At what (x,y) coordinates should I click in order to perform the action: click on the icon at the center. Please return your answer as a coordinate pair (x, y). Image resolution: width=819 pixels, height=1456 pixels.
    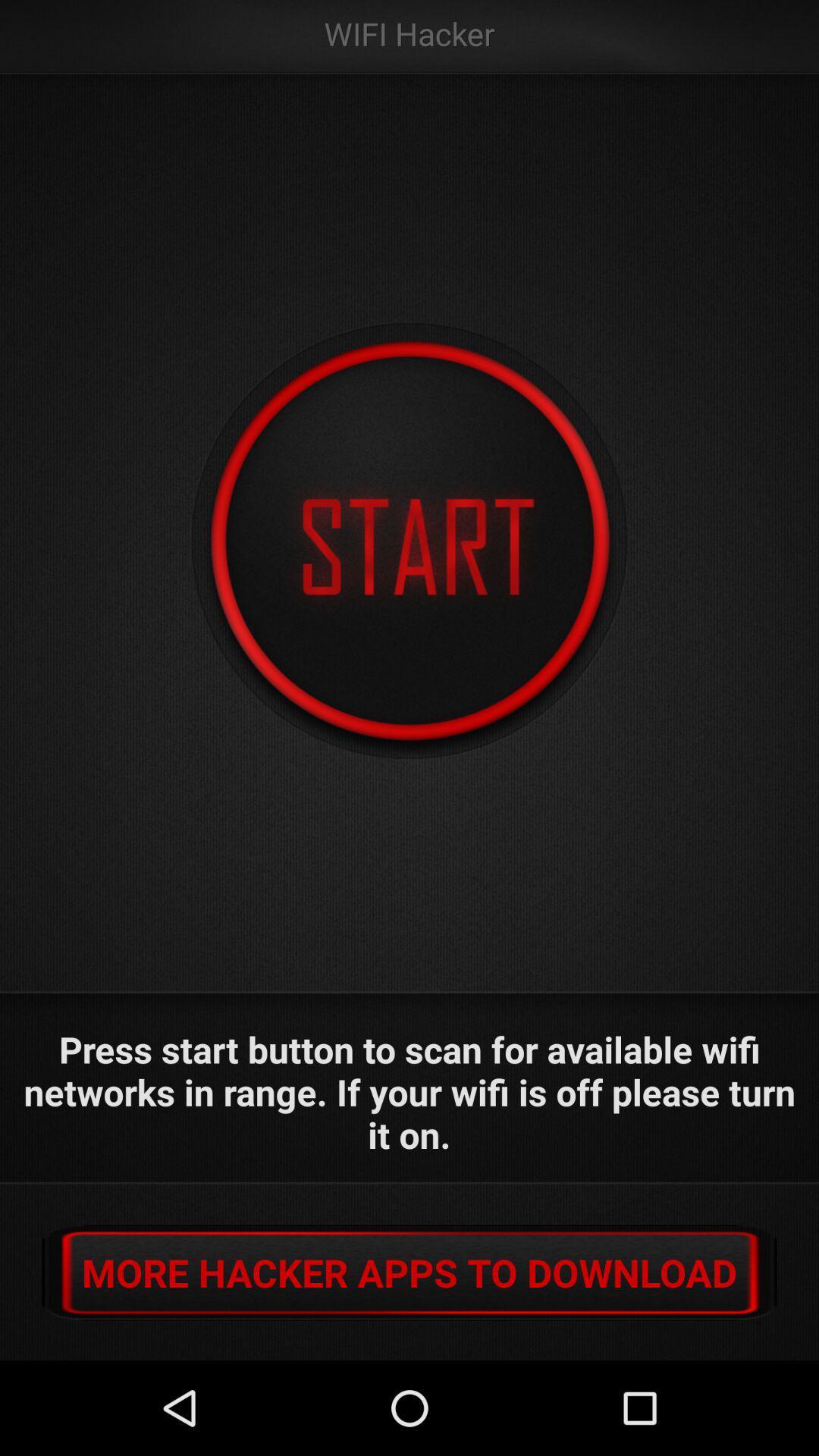
    Looking at the image, I should click on (409, 541).